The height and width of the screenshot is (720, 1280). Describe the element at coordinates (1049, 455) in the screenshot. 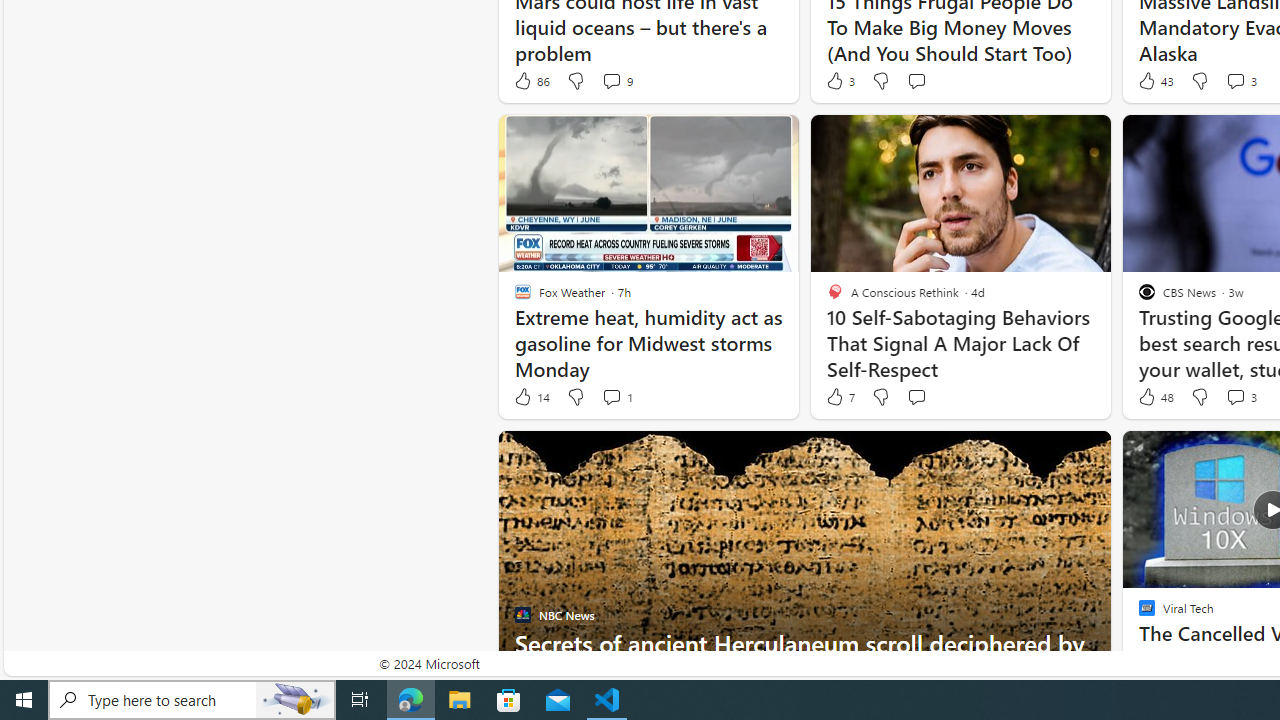

I see `'Hide this story'` at that location.